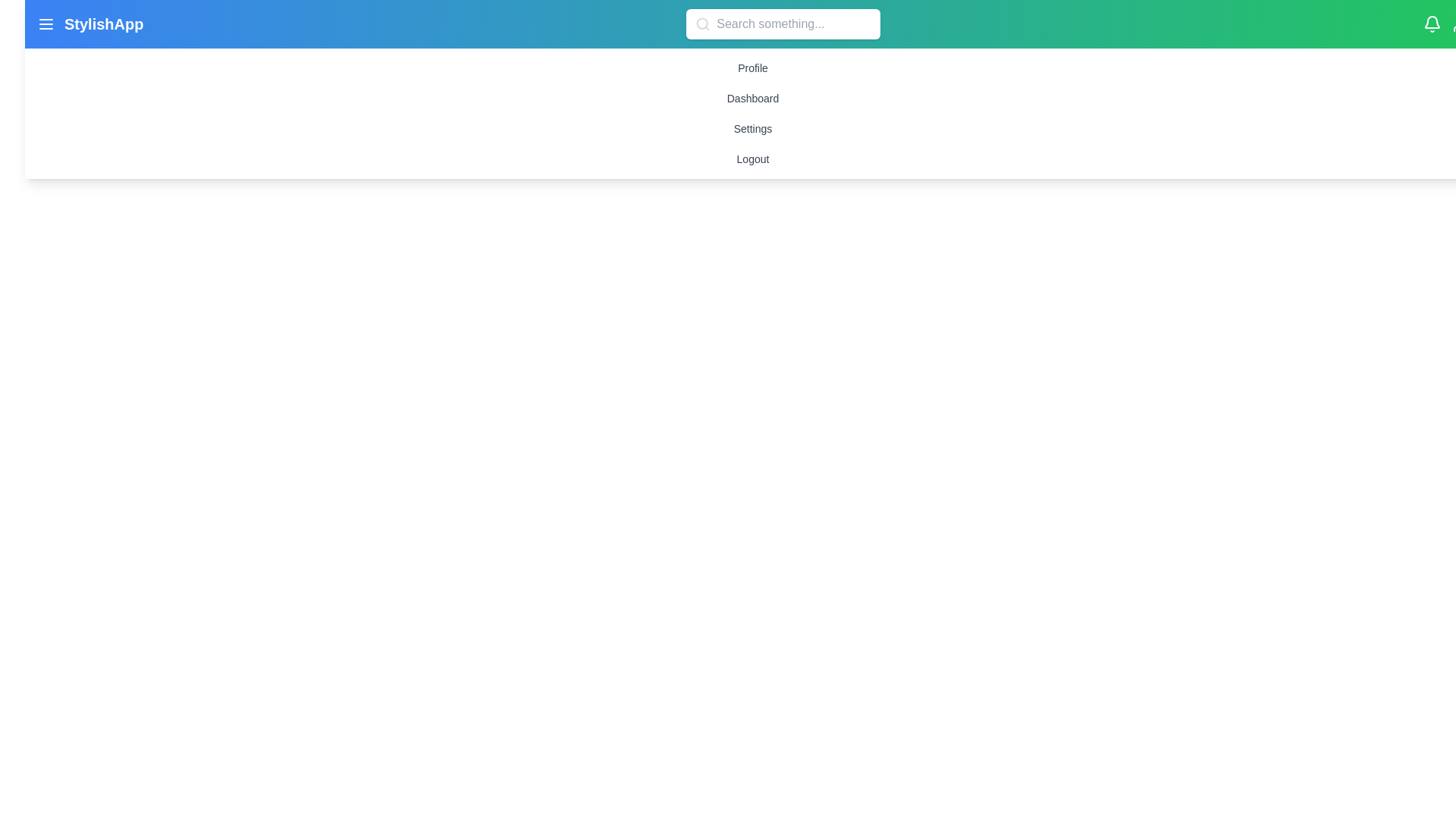 This screenshot has width=1456, height=819. I want to click on the navigational icon button located in the top-left corner, adjacent to the text 'StylishApp', so click(46, 24).